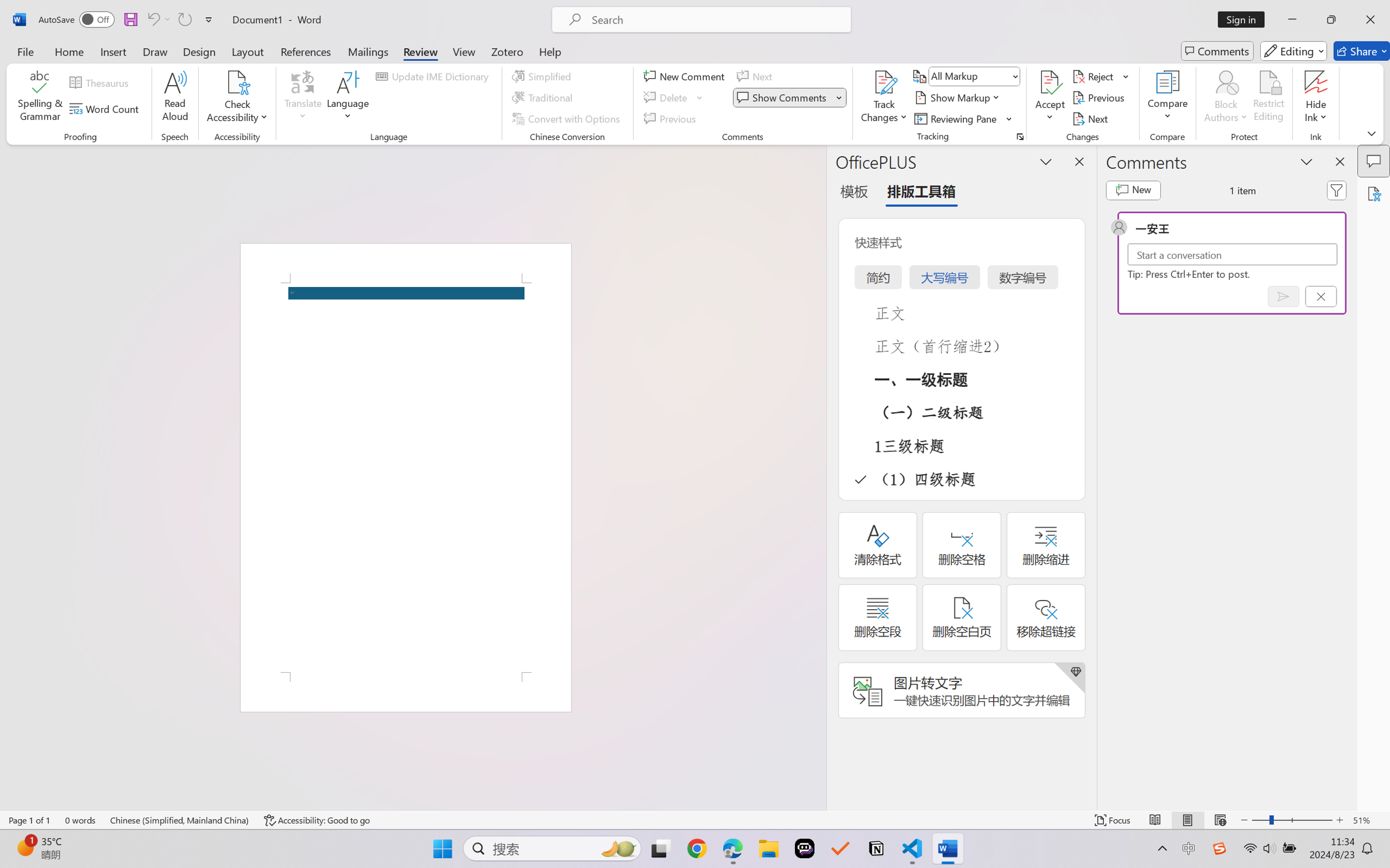 This screenshot has height=868, width=1390. Describe the element at coordinates (434, 75) in the screenshot. I see `'Update IME Dictionary...'` at that location.